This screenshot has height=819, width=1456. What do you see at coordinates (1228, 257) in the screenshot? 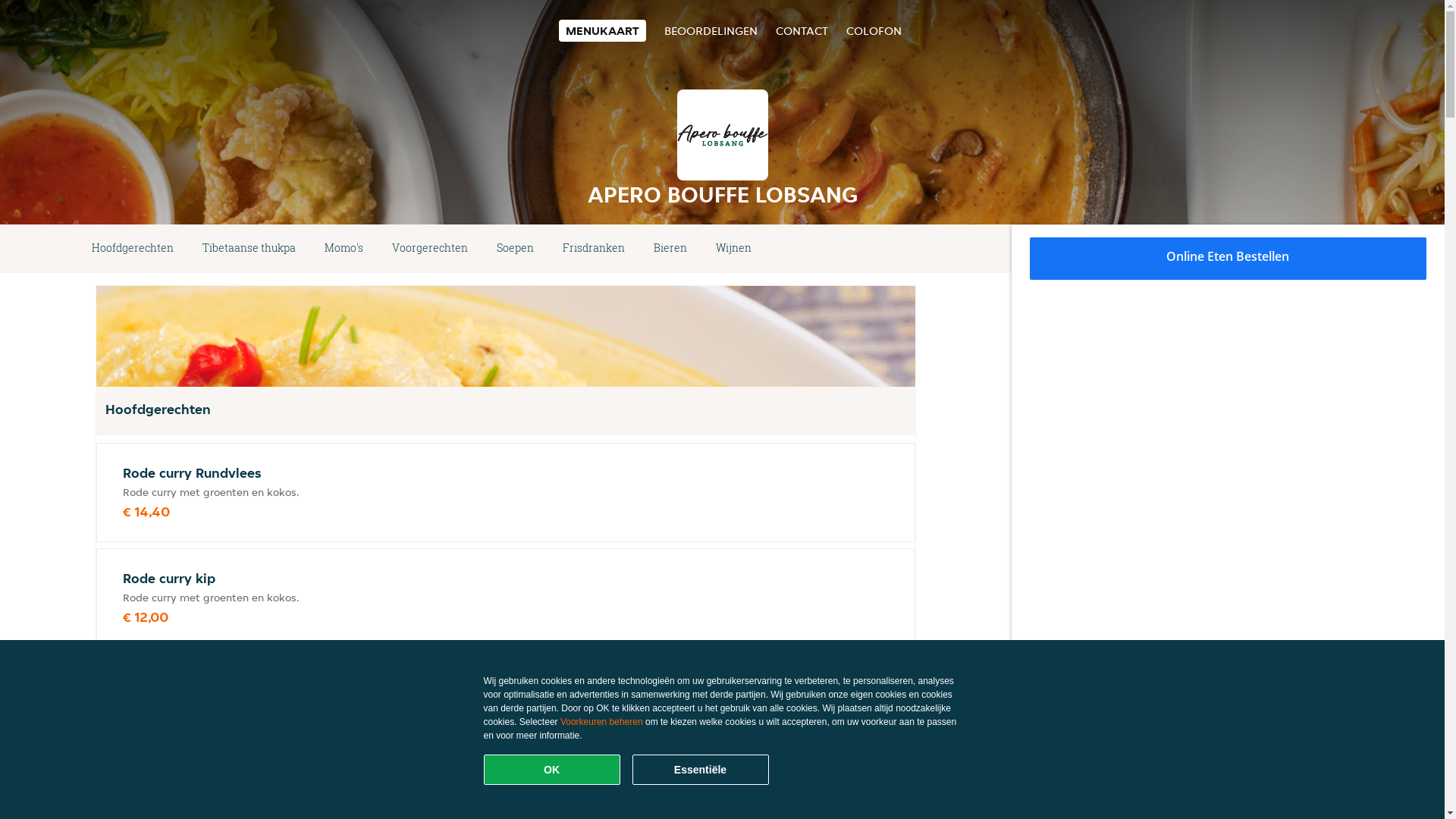
I see `'Online Eten Bestellen'` at bounding box center [1228, 257].